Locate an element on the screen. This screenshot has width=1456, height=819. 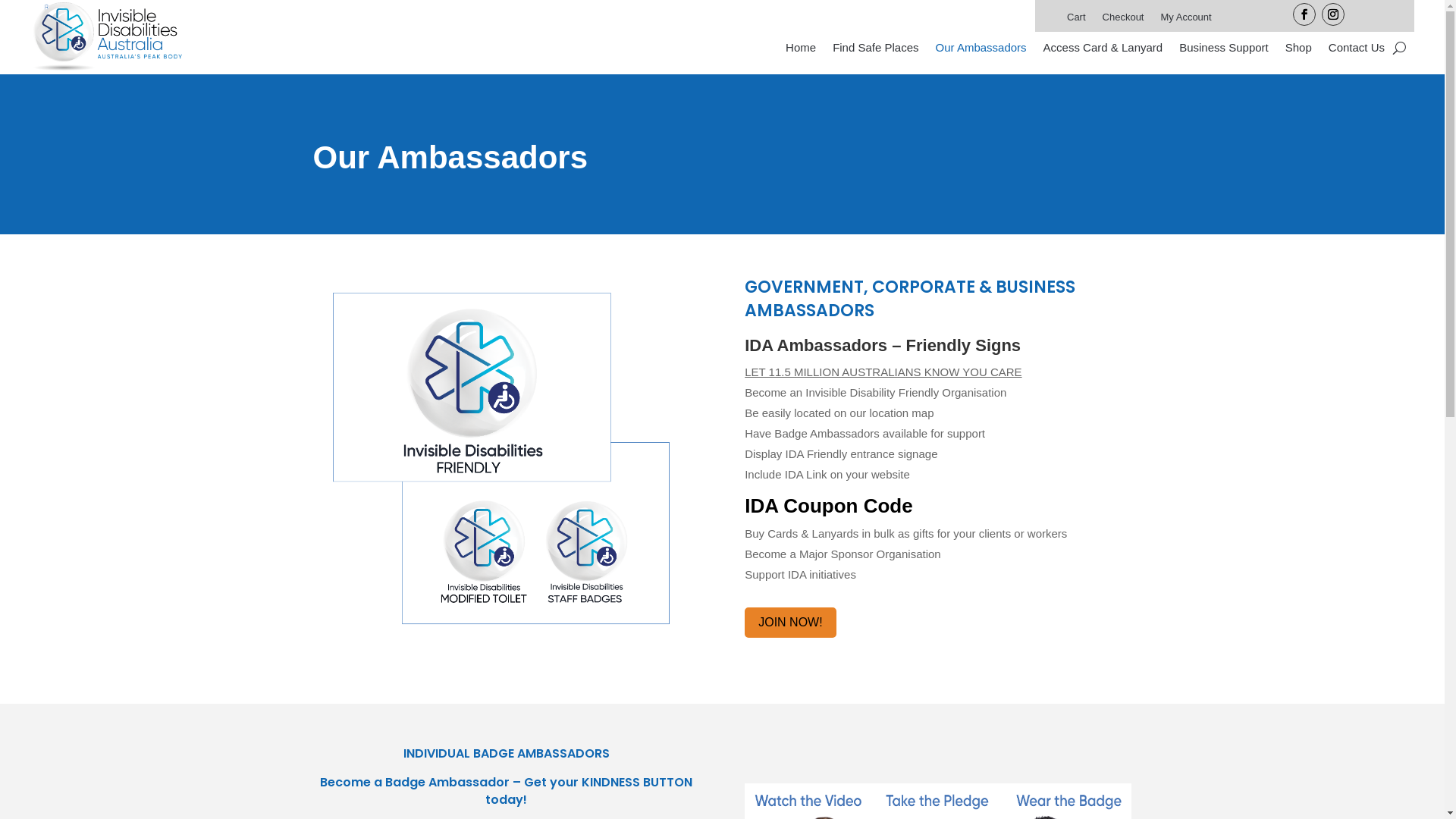
'Business Support' is located at coordinates (1223, 49).